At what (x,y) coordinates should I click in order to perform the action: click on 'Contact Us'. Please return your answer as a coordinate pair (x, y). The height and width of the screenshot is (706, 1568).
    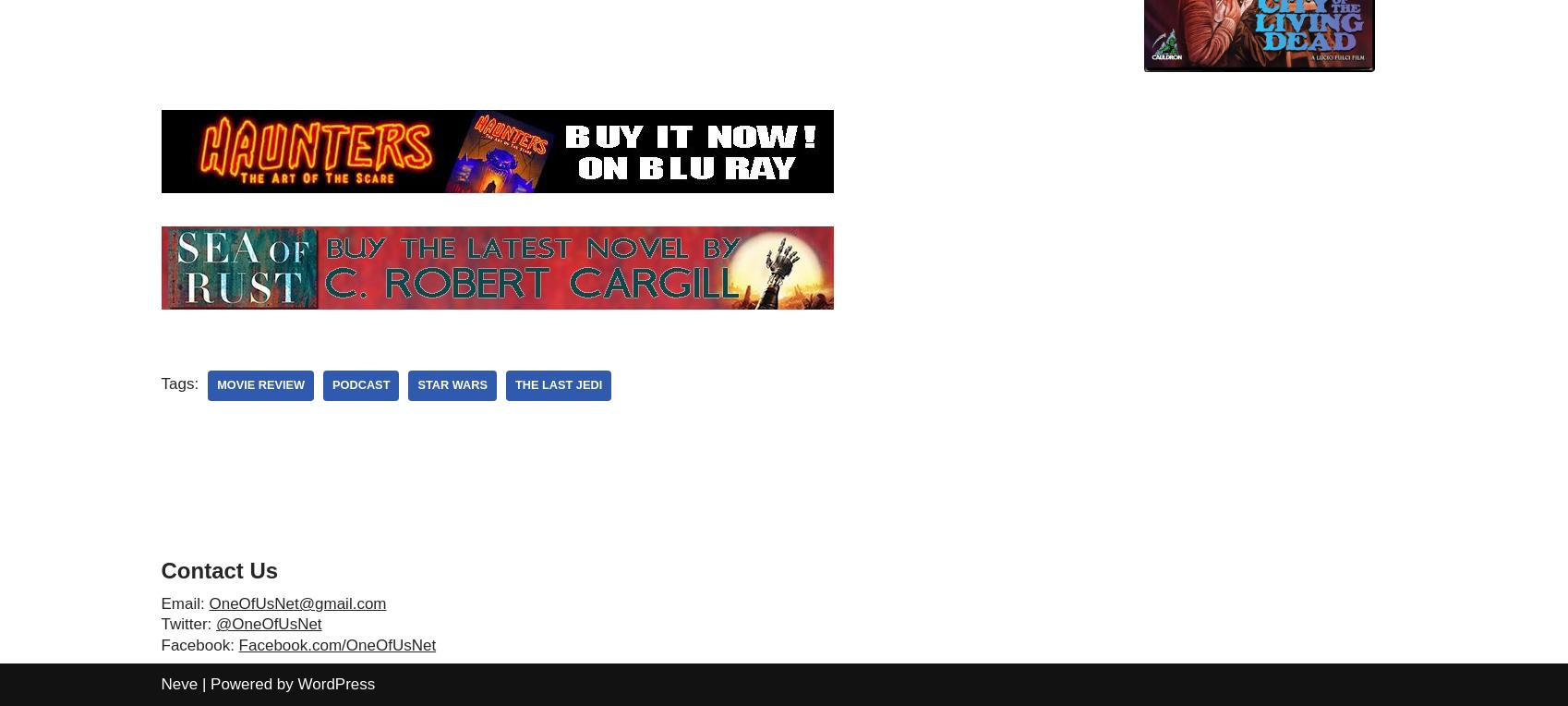
    Looking at the image, I should click on (219, 569).